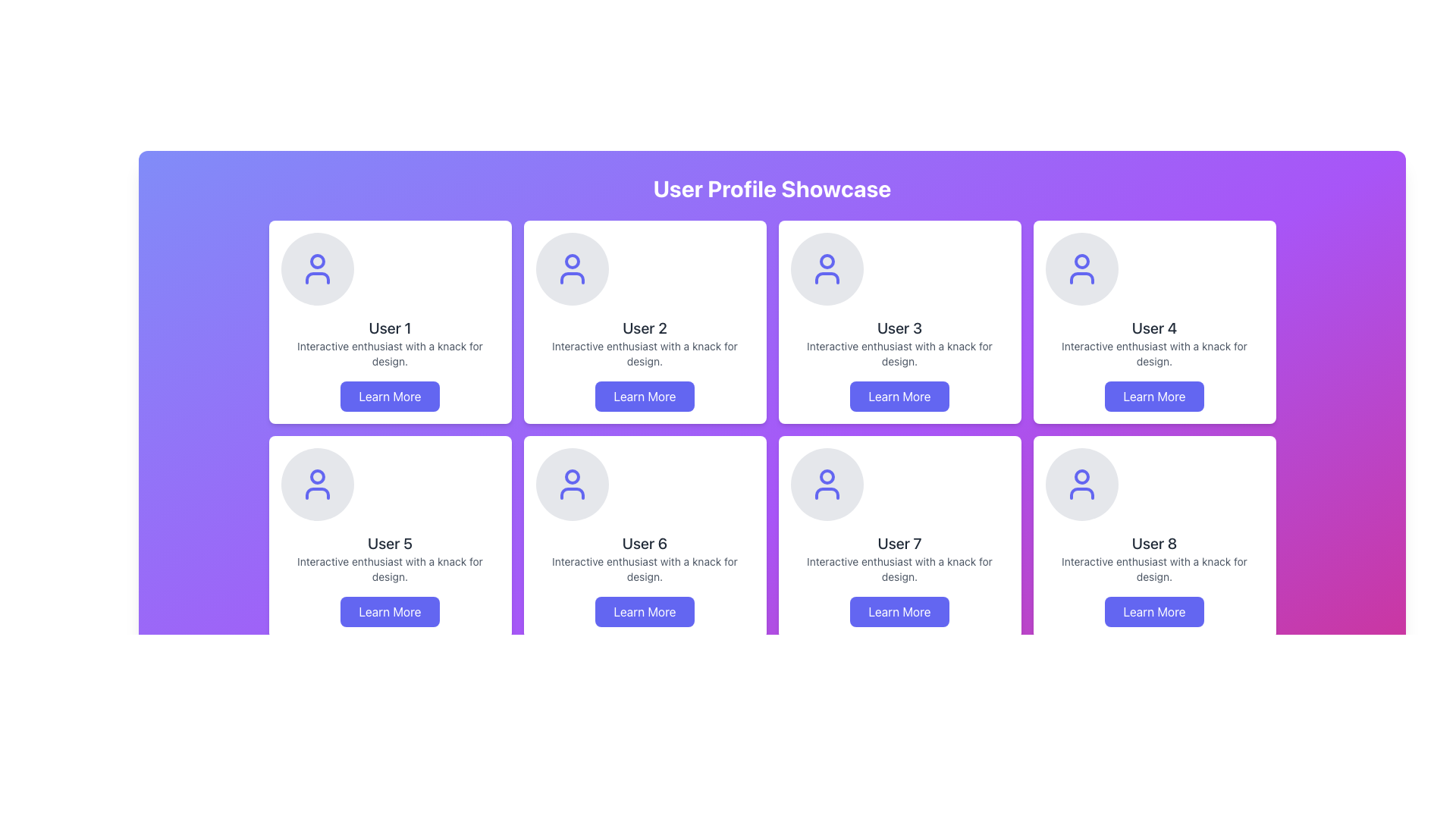  What do you see at coordinates (1081, 268) in the screenshot?
I see `the profile icon displayed in indigo blue within a light gray circular background, located in the fourth card of the top row in the profile showcase grid` at bounding box center [1081, 268].